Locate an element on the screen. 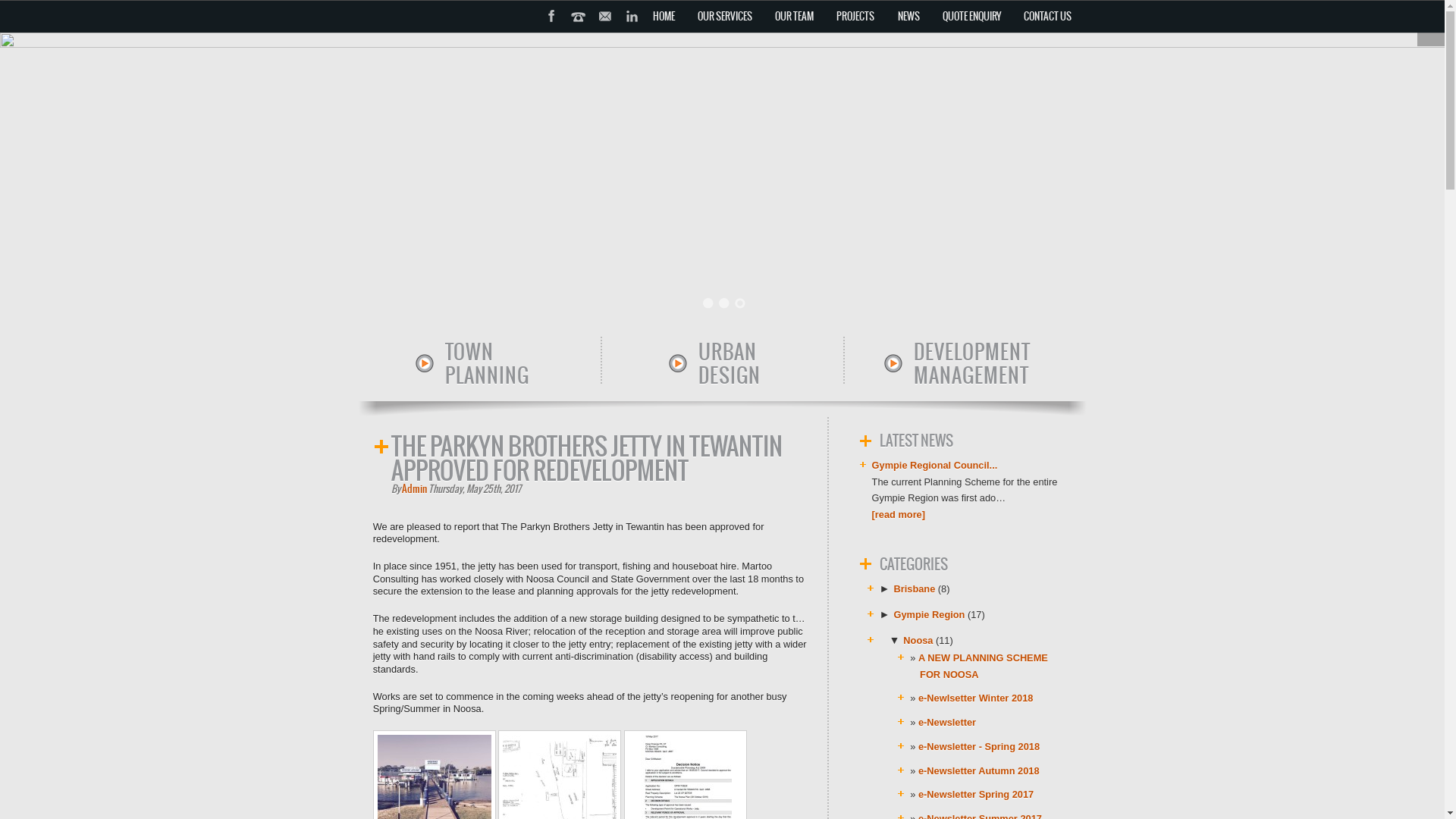  'F' is located at coordinates (538, 34).